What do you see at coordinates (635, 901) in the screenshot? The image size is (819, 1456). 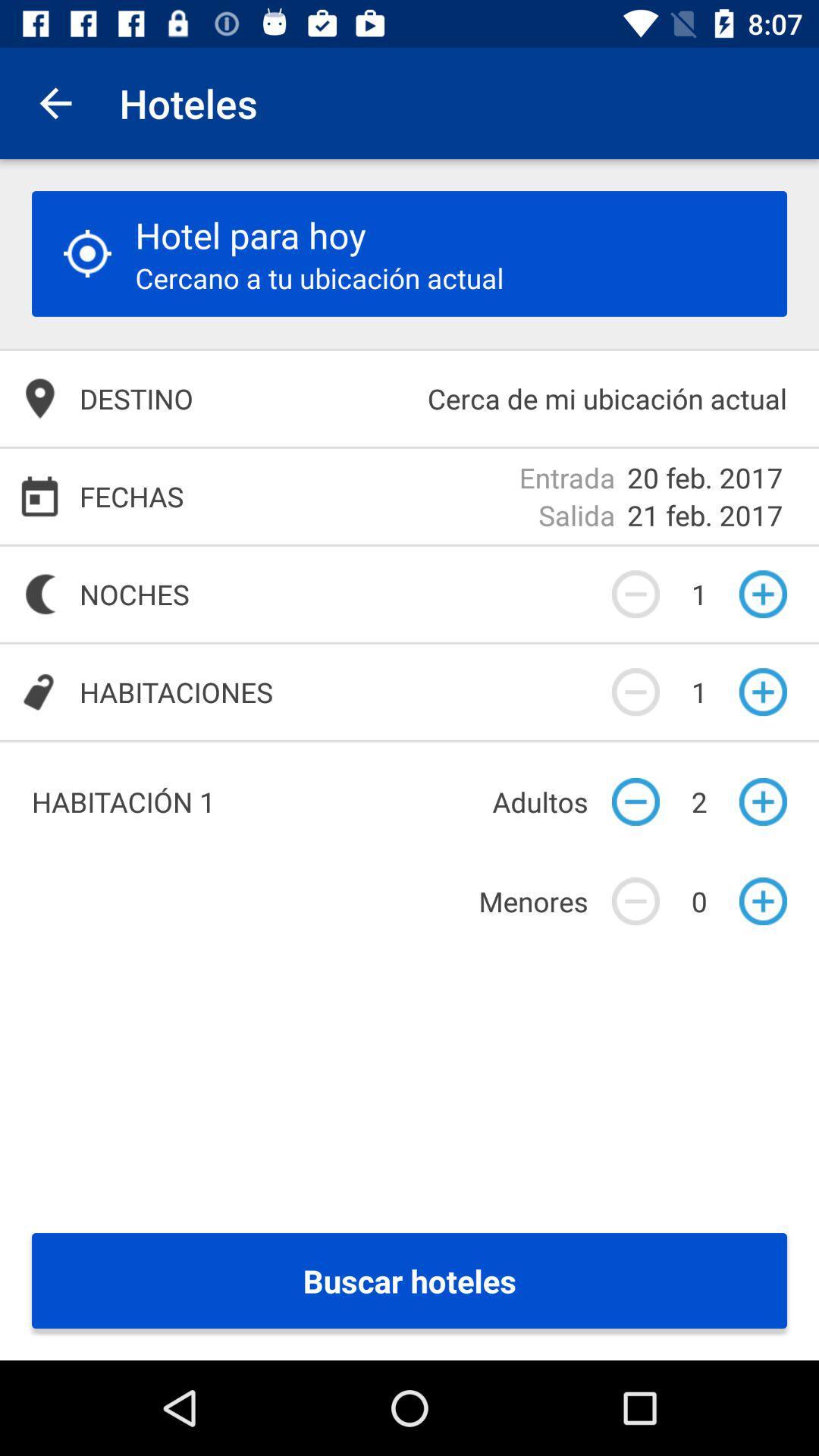 I see `the minus icon` at bounding box center [635, 901].